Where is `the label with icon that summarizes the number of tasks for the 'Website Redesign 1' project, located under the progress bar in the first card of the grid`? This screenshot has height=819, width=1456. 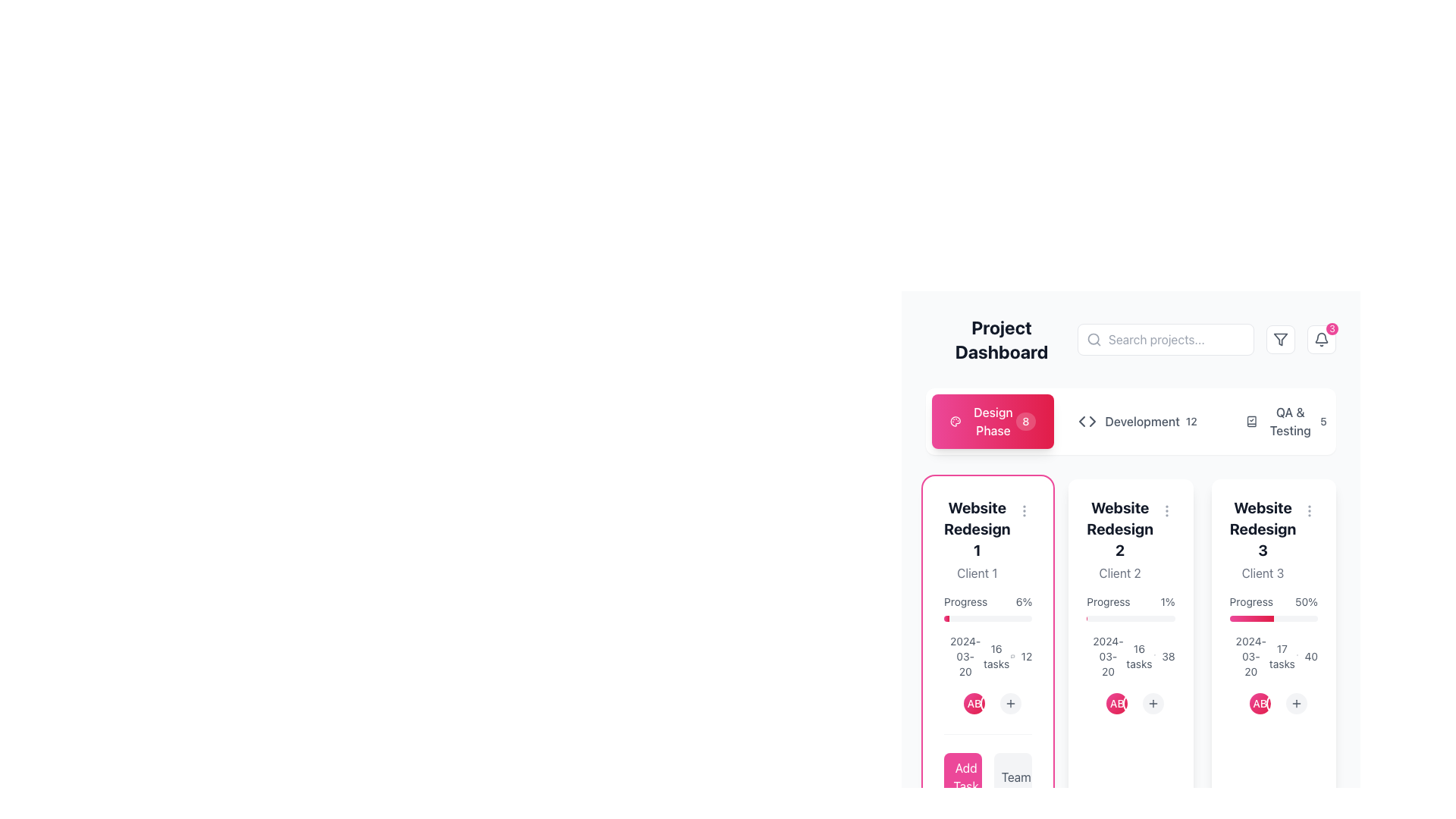 the label with icon that summarizes the number of tasks for the 'Website Redesign 1' project, located under the progress bar in the first card of the grid is located at coordinates (988, 656).